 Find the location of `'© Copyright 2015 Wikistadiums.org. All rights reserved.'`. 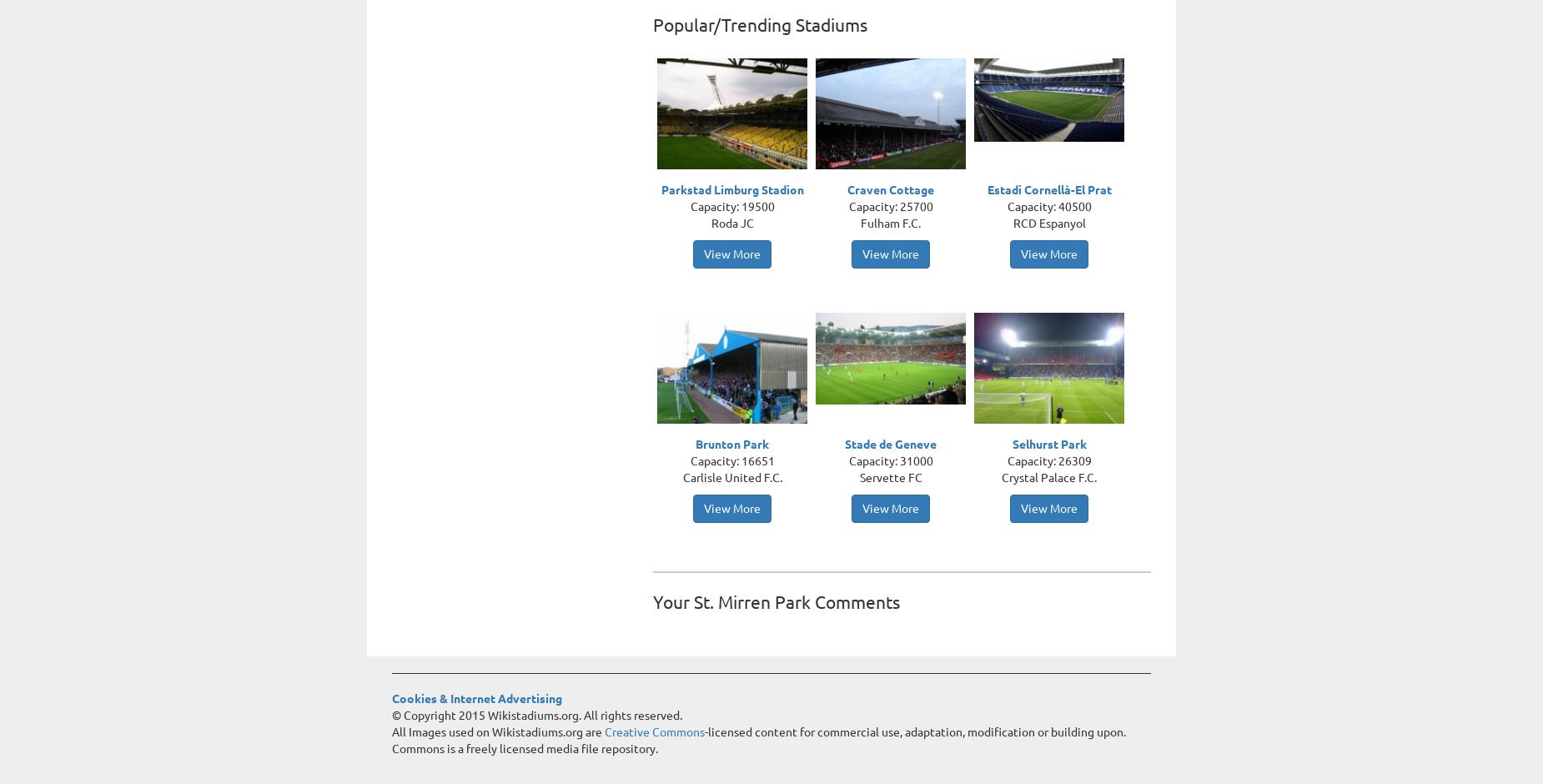

'© Copyright 2015 Wikistadiums.org. All rights reserved.' is located at coordinates (392, 715).